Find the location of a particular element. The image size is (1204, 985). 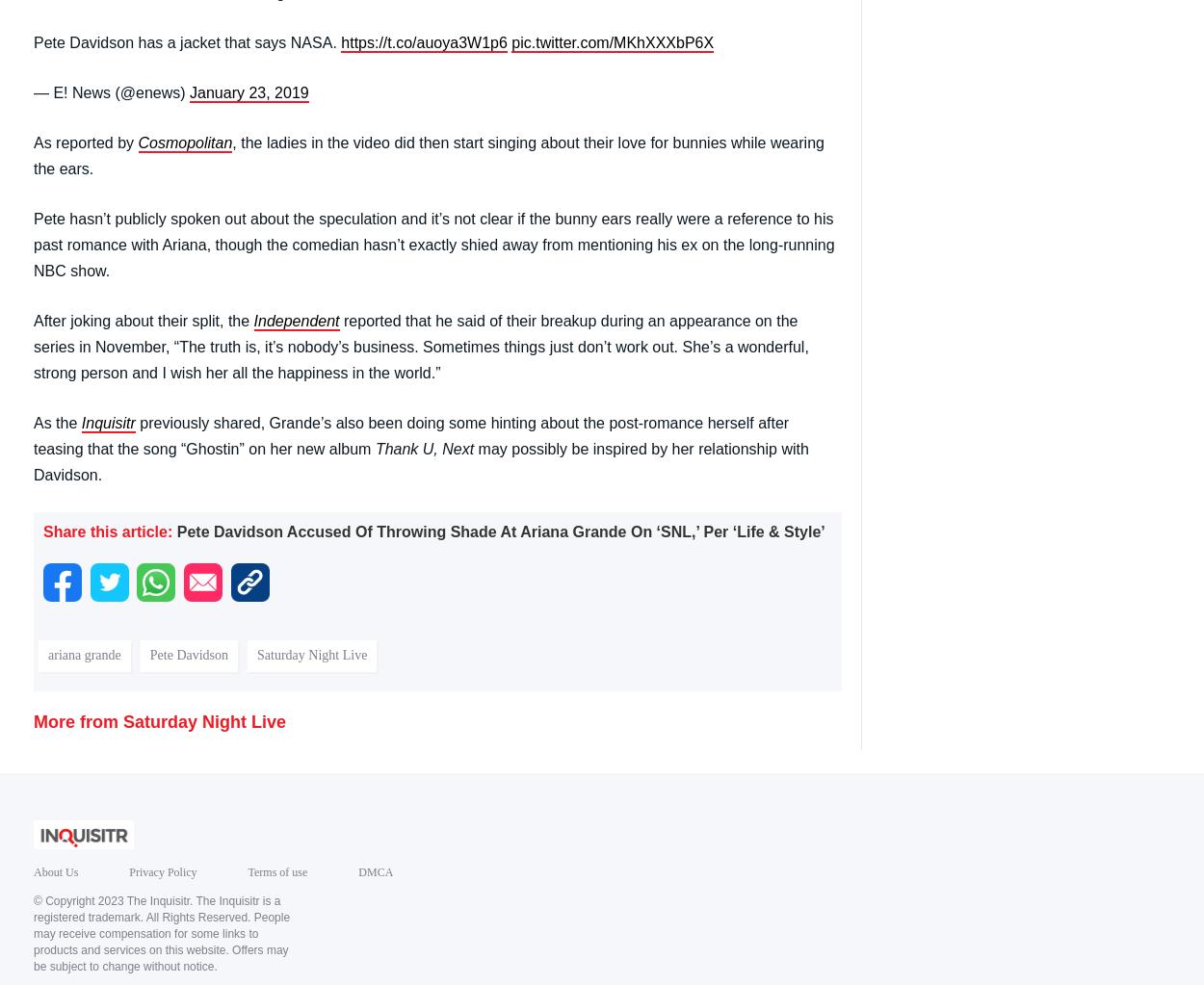

'Pete Davidson Accused Of Throwing Shade At Ariana Grande On ‘SNL,’ Per ‘Life & Style’' is located at coordinates (500, 531).